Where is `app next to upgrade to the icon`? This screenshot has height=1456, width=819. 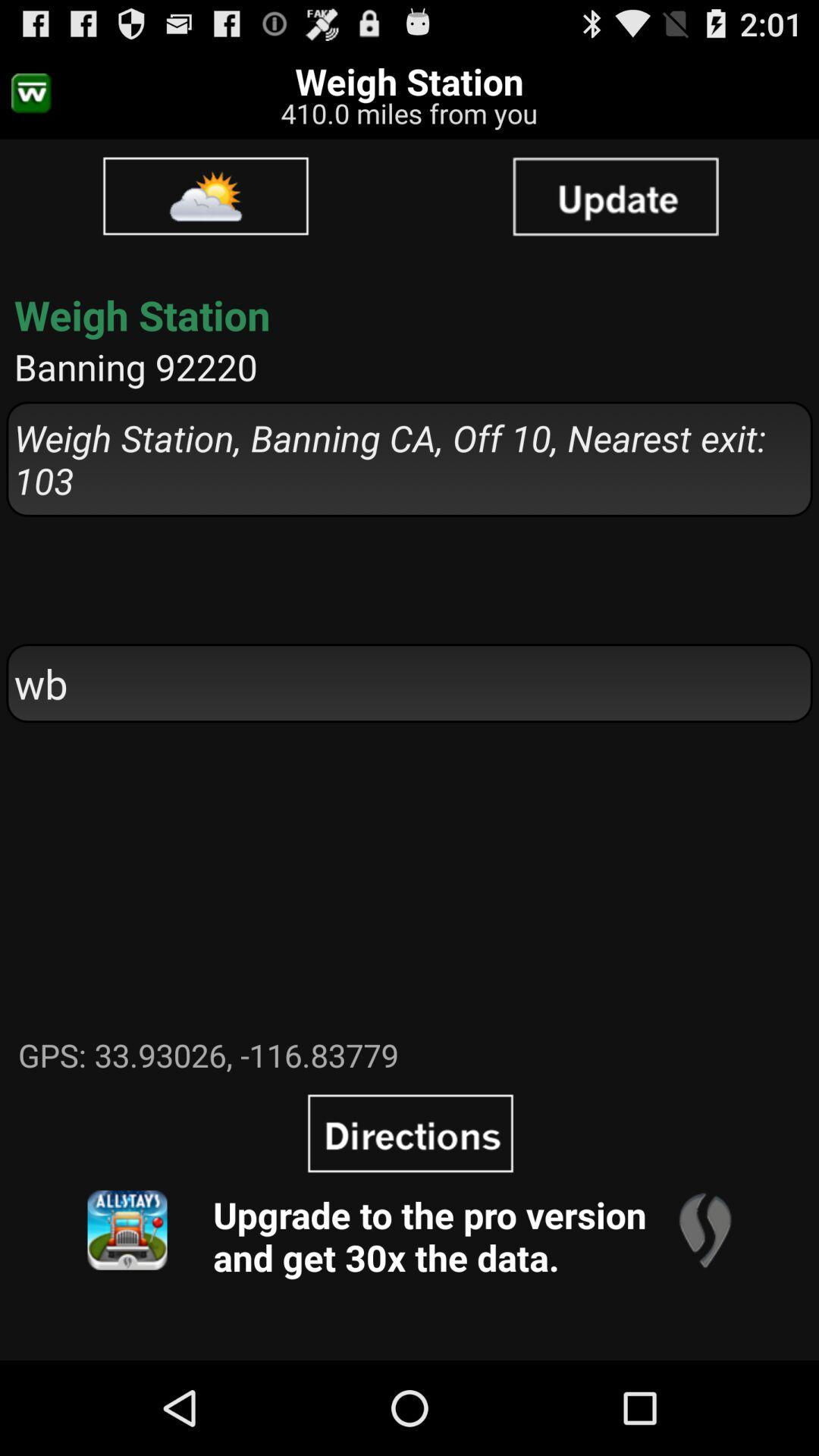 app next to upgrade to the icon is located at coordinates (127, 1230).